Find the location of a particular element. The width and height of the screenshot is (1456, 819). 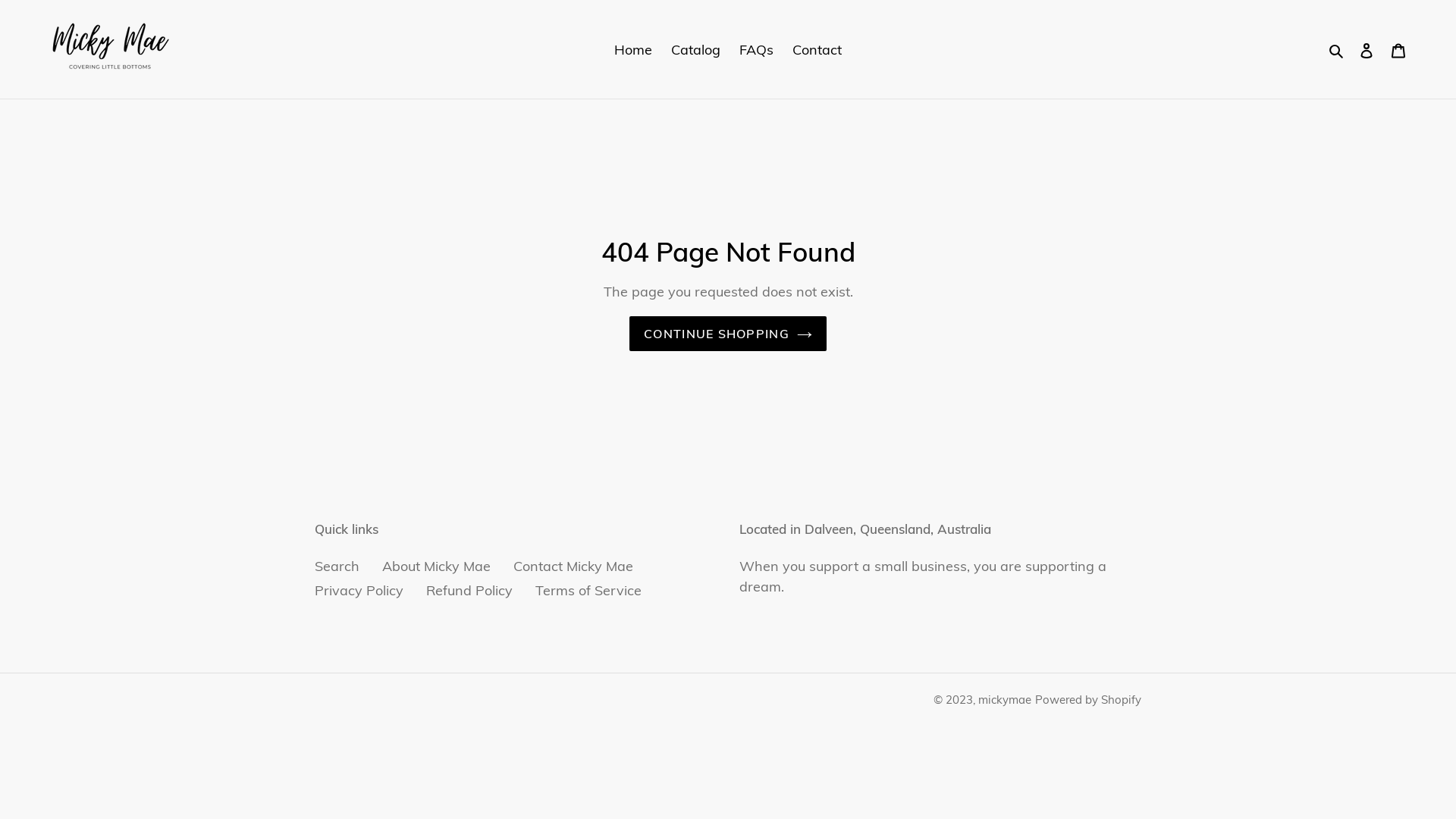

'Contact Micky Mae' is located at coordinates (572, 566).